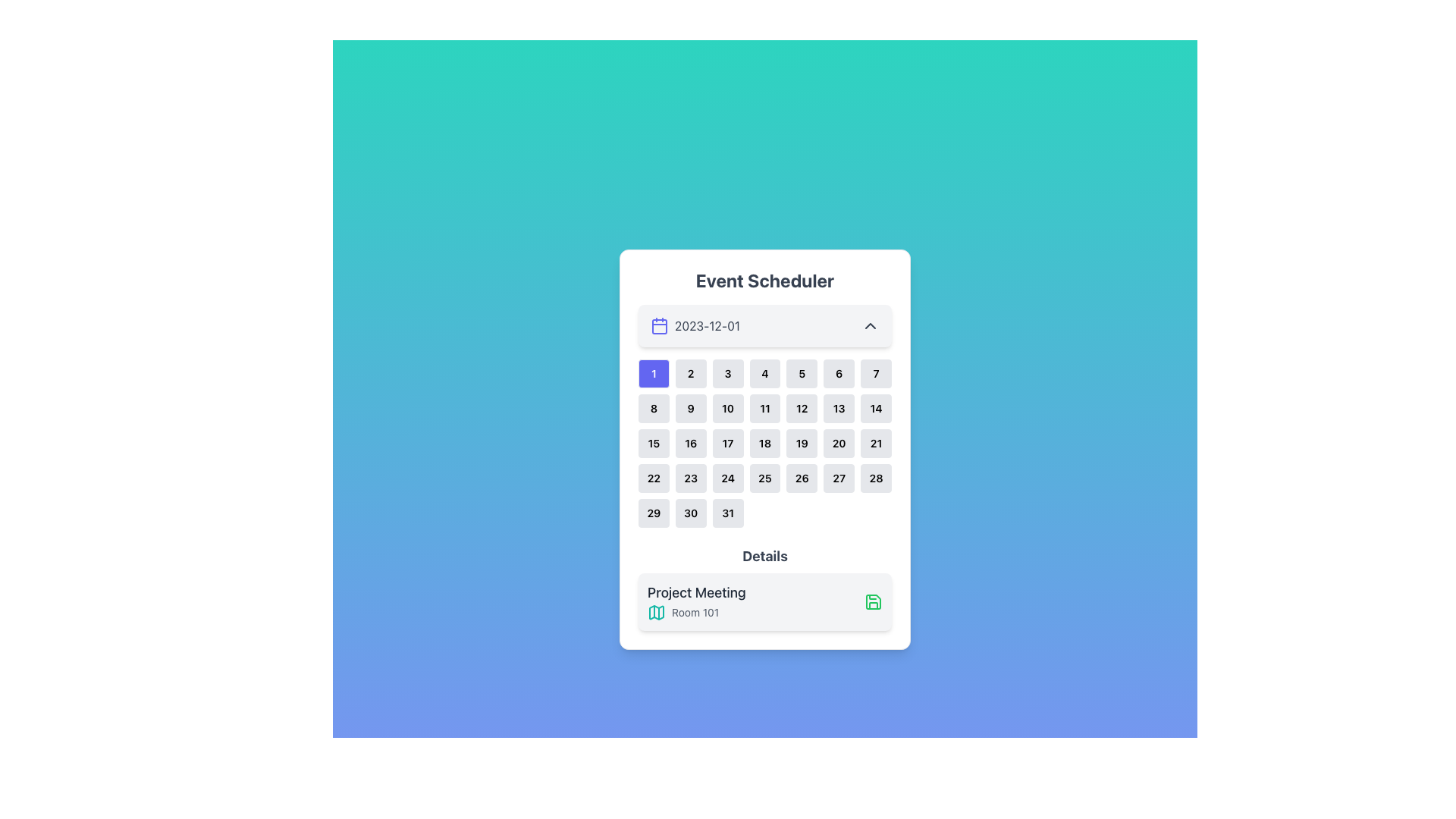  I want to click on the button representing the date '3' in the calendar view, so click(728, 374).